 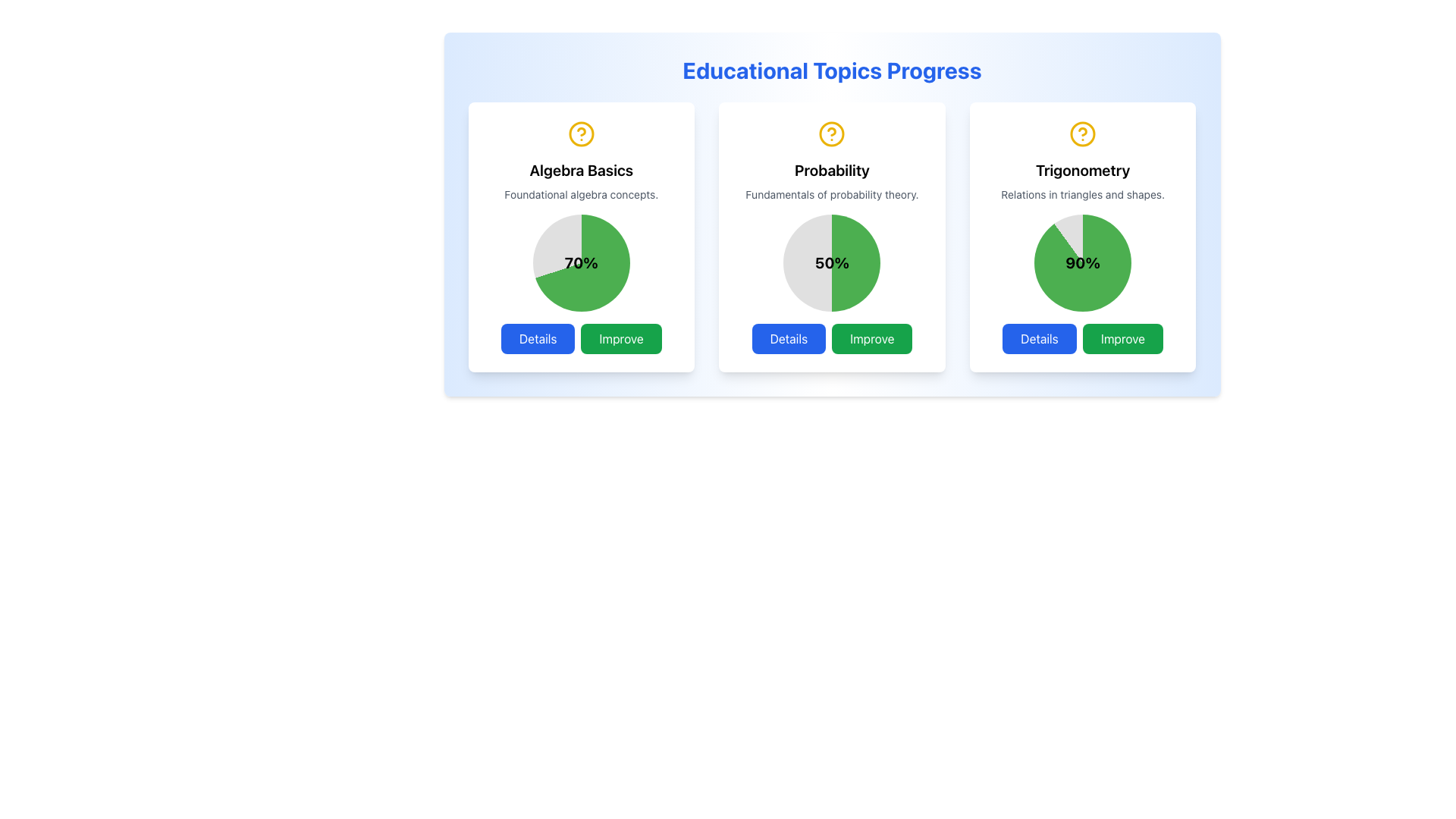 I want to click on the circular yellow icon with a question mark symbol at the top-center of the 'Algebra Basics' card, so click(x=580, y=133).